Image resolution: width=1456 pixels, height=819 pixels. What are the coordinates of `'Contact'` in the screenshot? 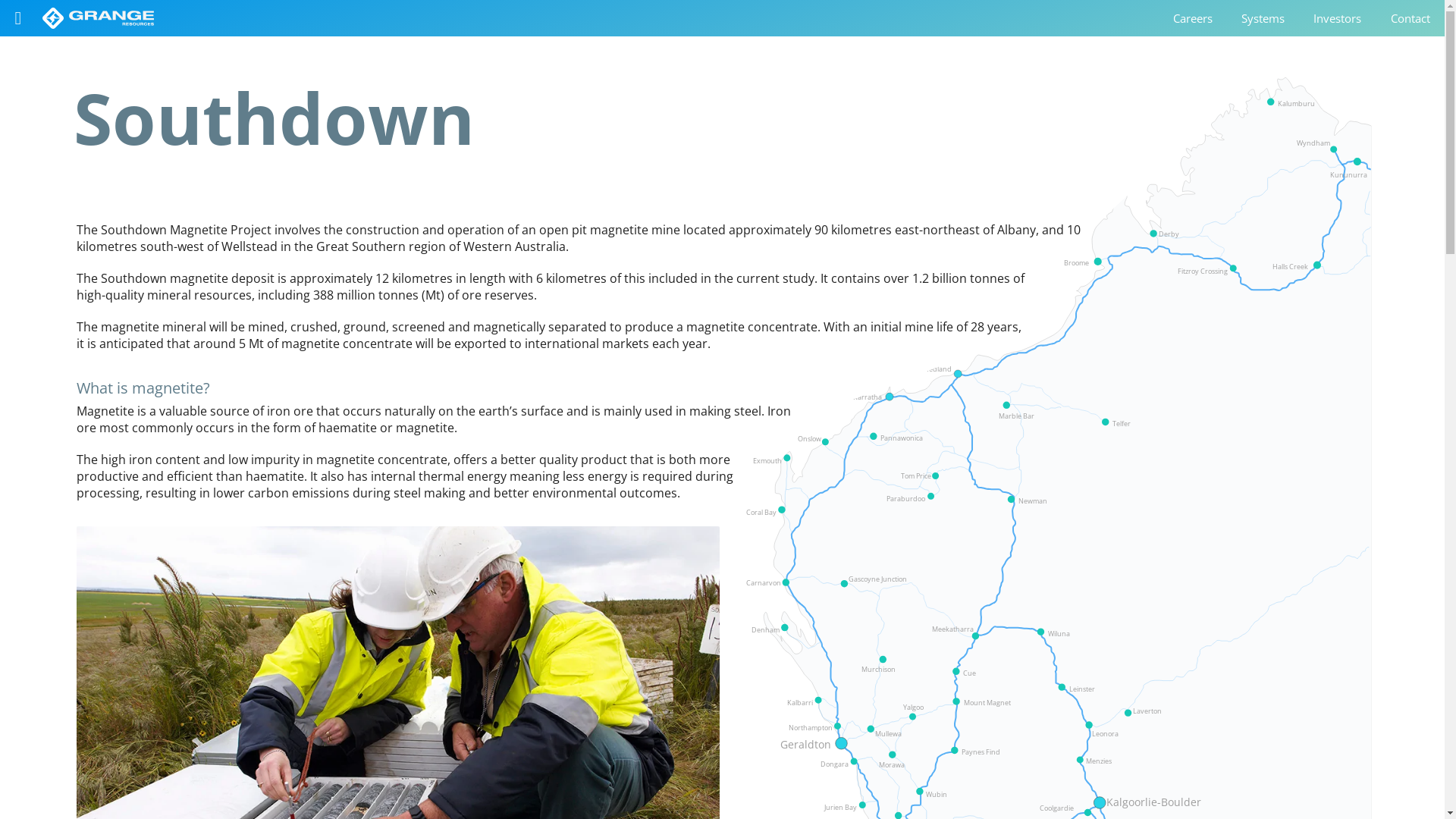 It's located at (1410, 17).